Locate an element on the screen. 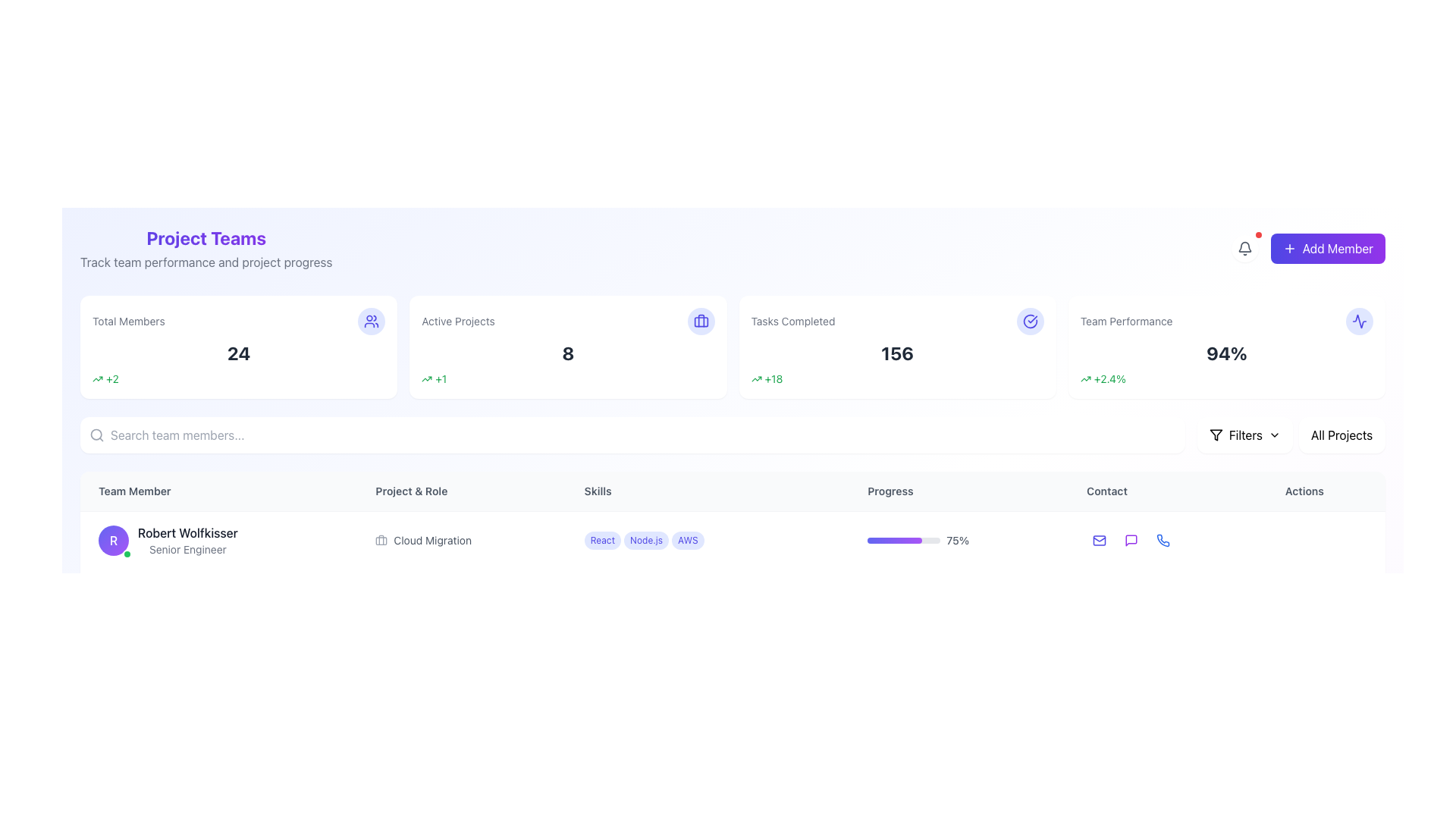  the briefcase icon, which is a minimalist gray design located to the left of the text 'Cloud Migration' in the 'Project & Role' column, associated with 'Robert Wolfkisser.' is located at coordinates (381, 540).